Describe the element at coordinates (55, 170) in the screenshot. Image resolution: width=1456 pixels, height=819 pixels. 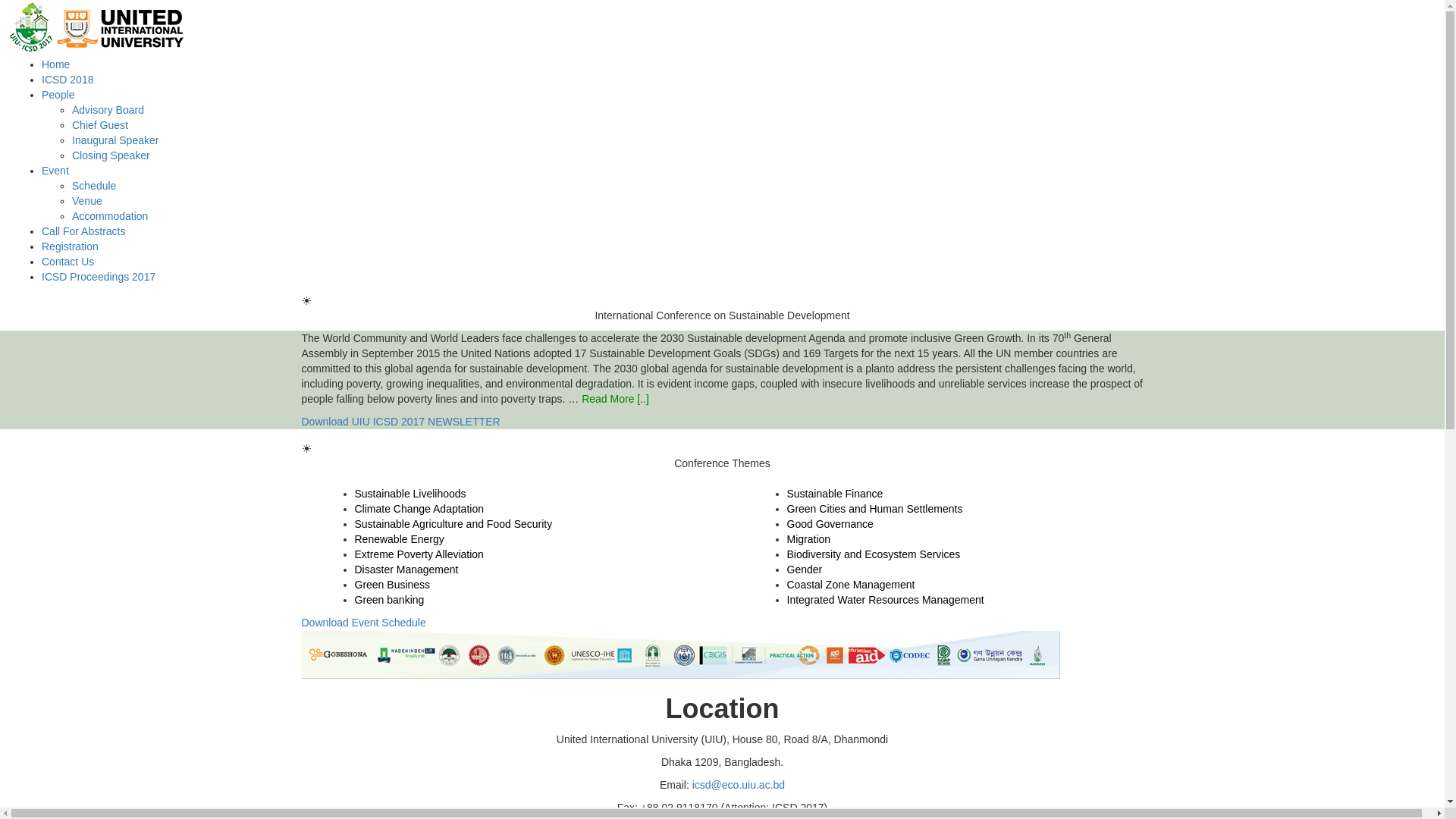
I see `'Event'` at that location.